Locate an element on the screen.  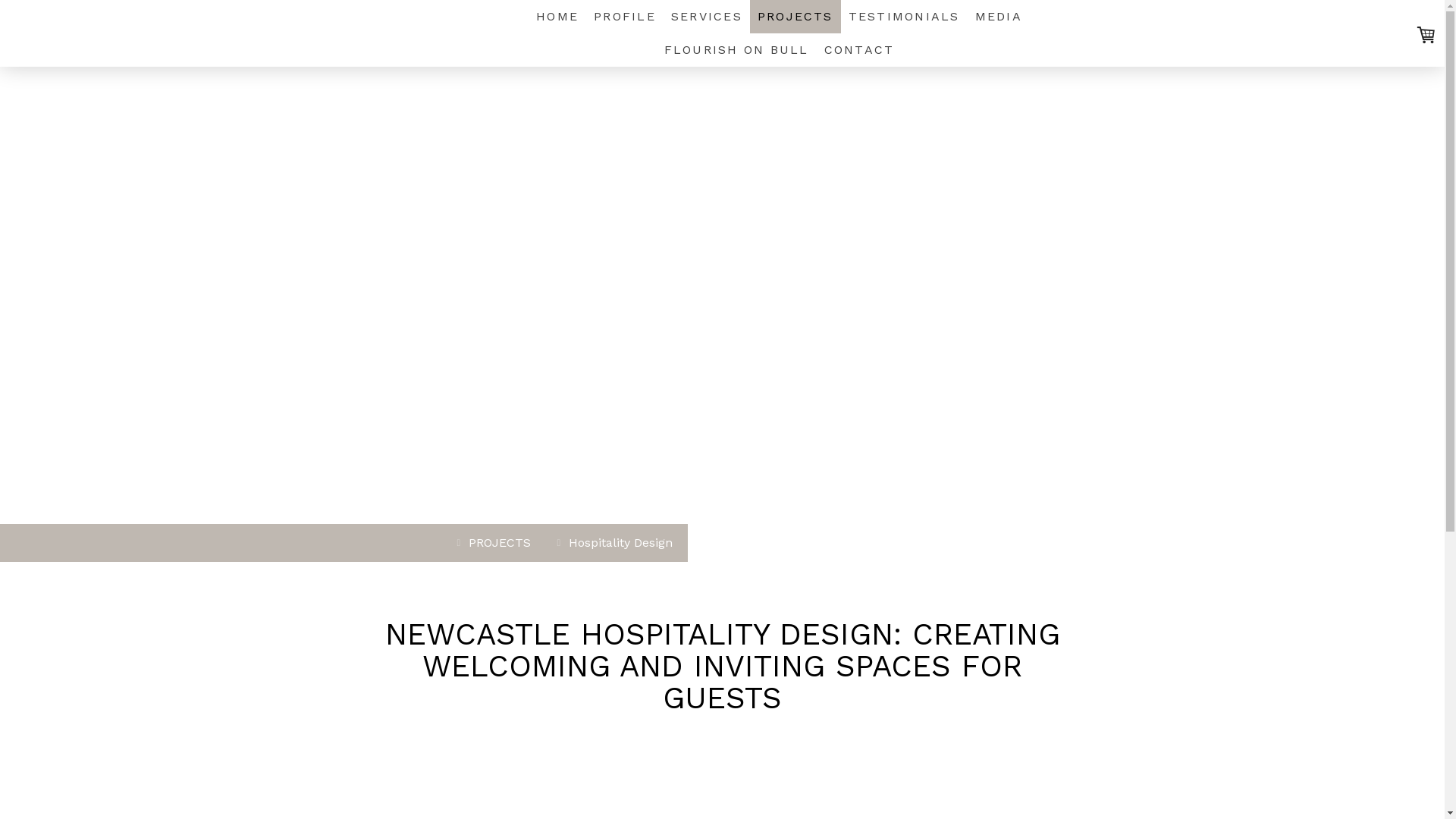
'SERVICES' is located at coordinates (705, 17).